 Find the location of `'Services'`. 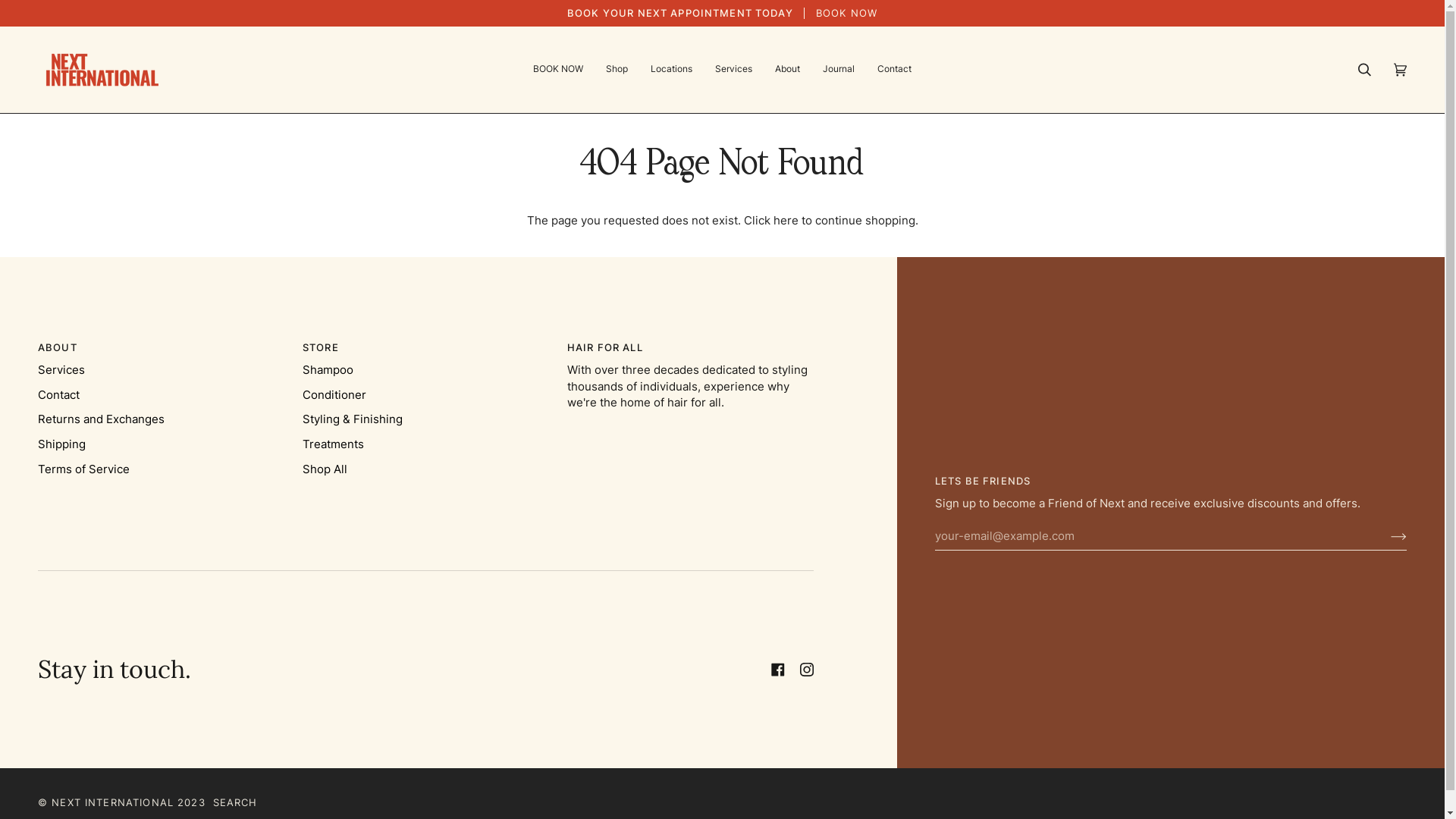

'Services' is located at coordinates (733, 70).